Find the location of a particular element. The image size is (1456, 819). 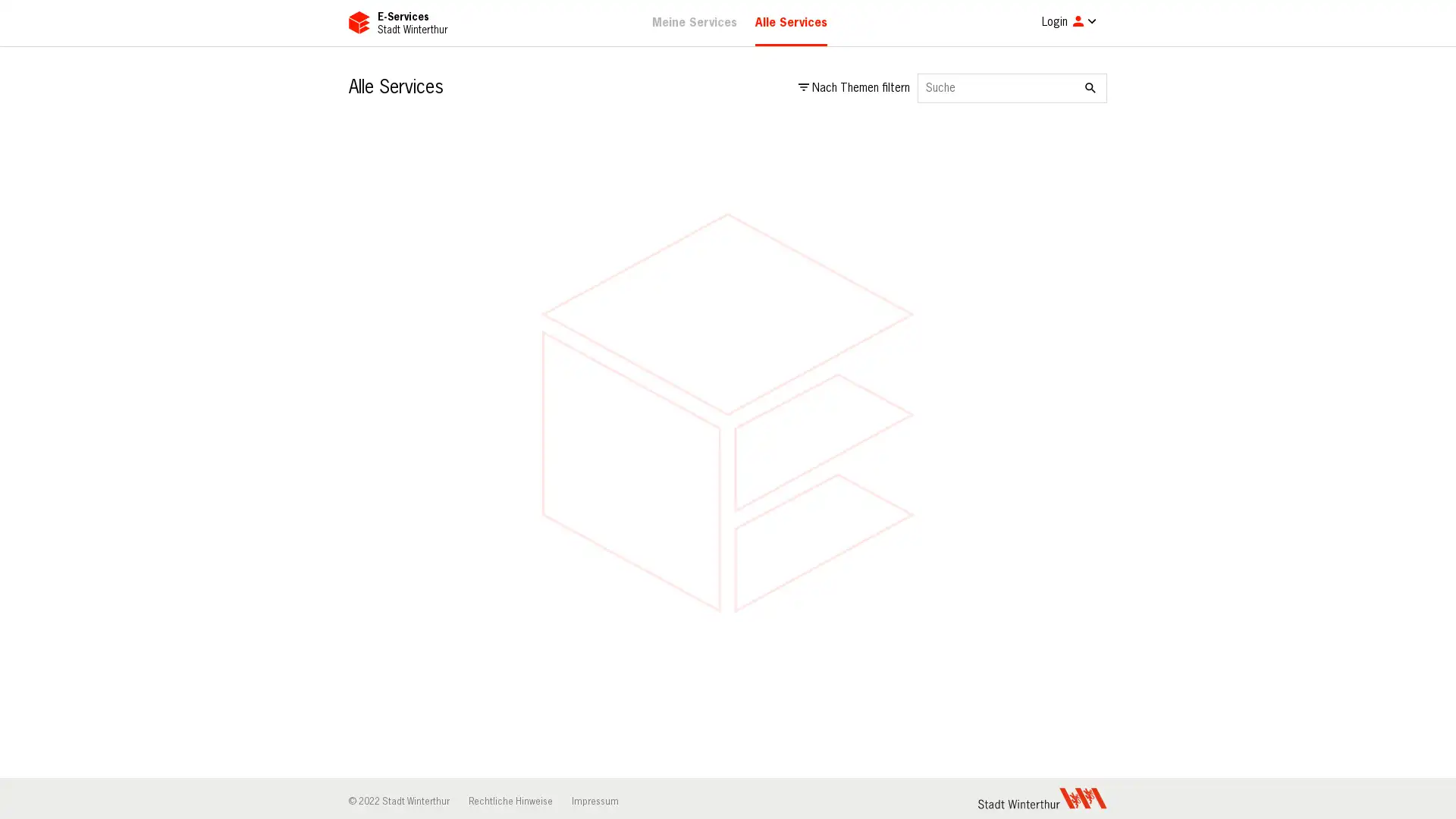

Service Besuch bei Stadtwerk Winterthur zu Meine Services hinzufugen is located at coordinates (826, 796).